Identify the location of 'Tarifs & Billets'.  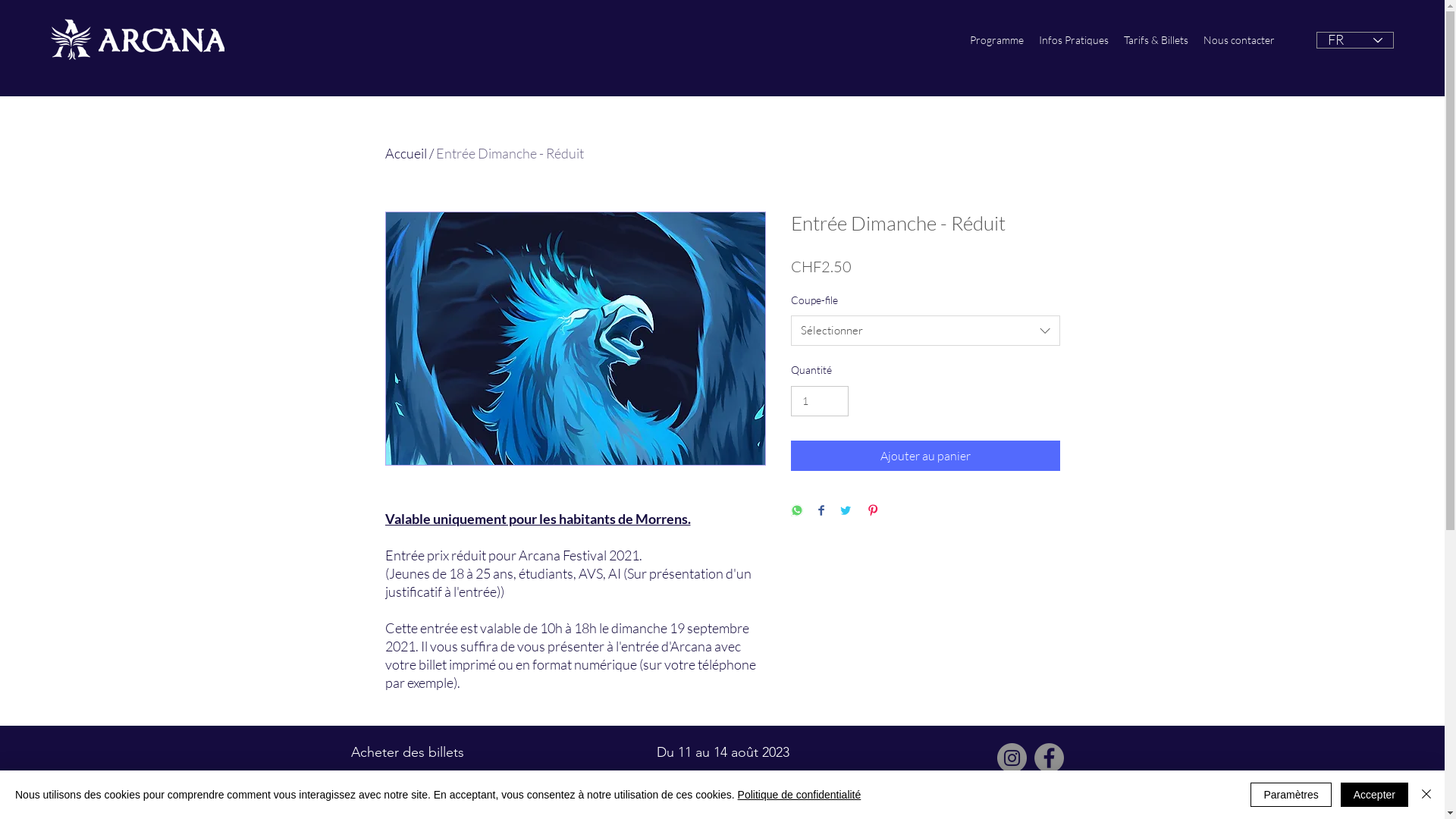
(1155, 39).